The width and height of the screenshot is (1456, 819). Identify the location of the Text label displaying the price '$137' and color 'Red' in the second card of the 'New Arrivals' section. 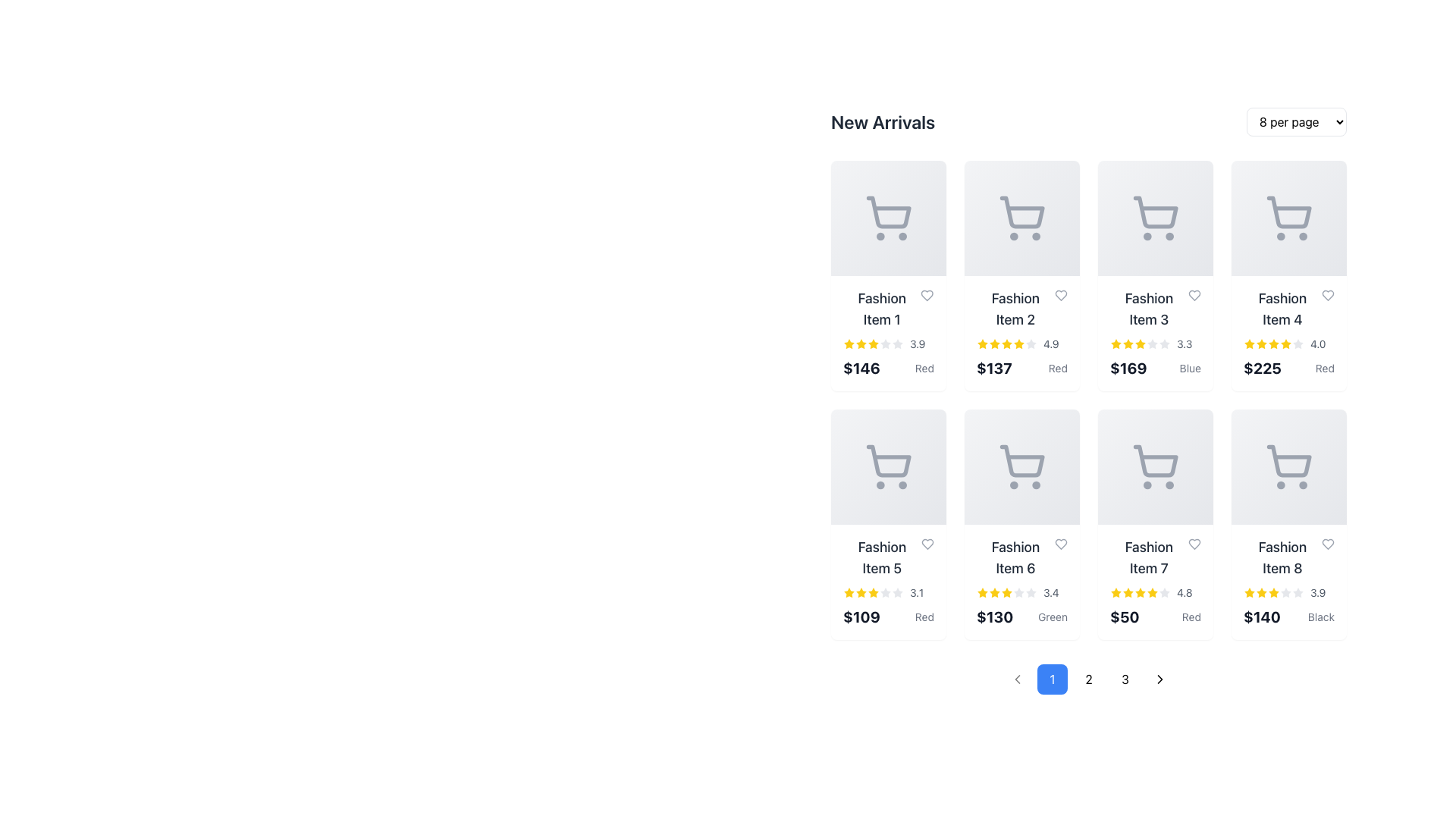
(1022, 369).